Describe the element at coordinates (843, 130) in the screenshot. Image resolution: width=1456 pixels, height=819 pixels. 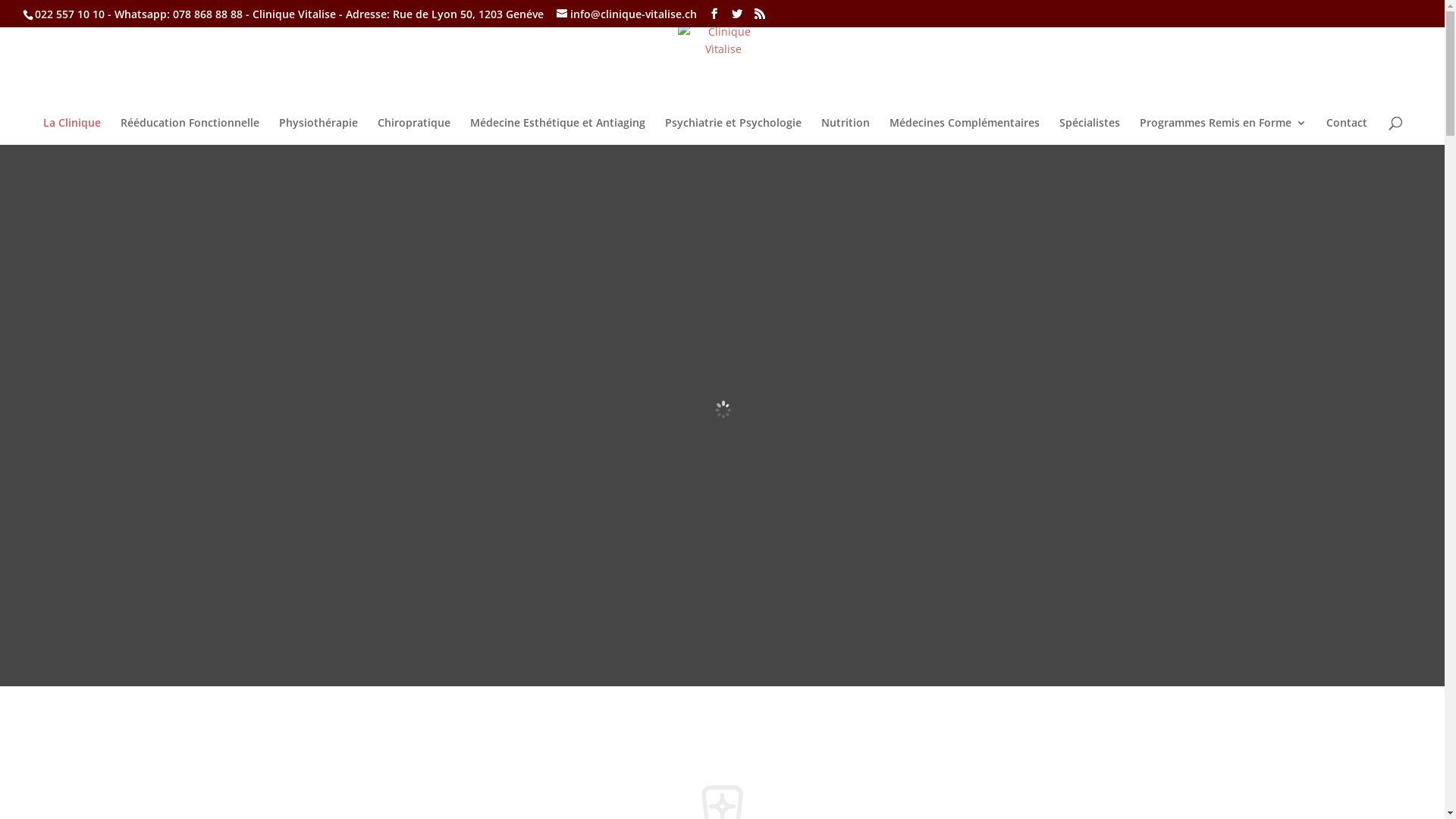
I see `'Nutrition'` at that location.